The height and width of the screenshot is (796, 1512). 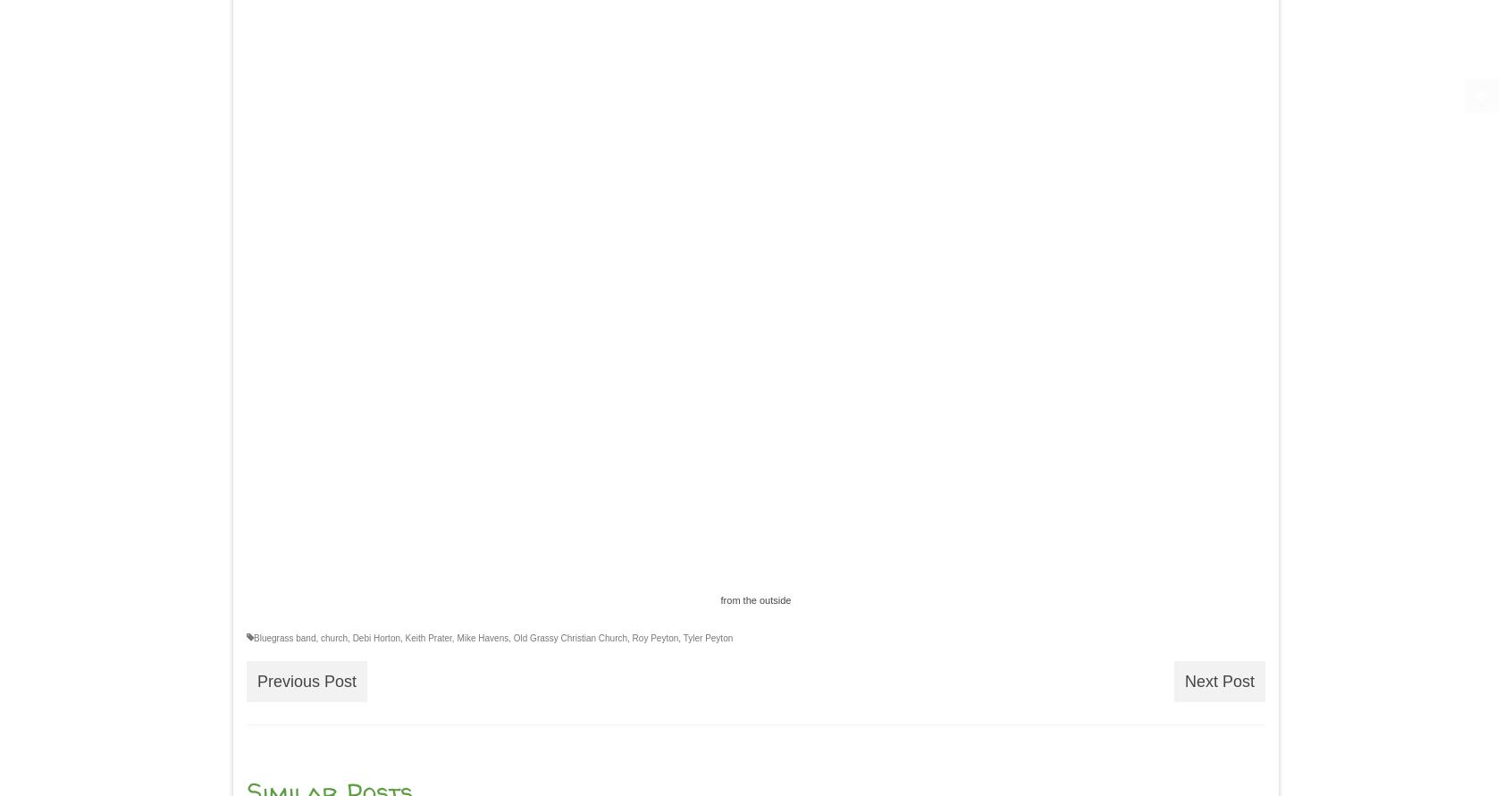 What do you see at coordinates (570, 637) in the screenshot?
I see `'Old Grassy Christian Church'` at bounding box center [570, 637].